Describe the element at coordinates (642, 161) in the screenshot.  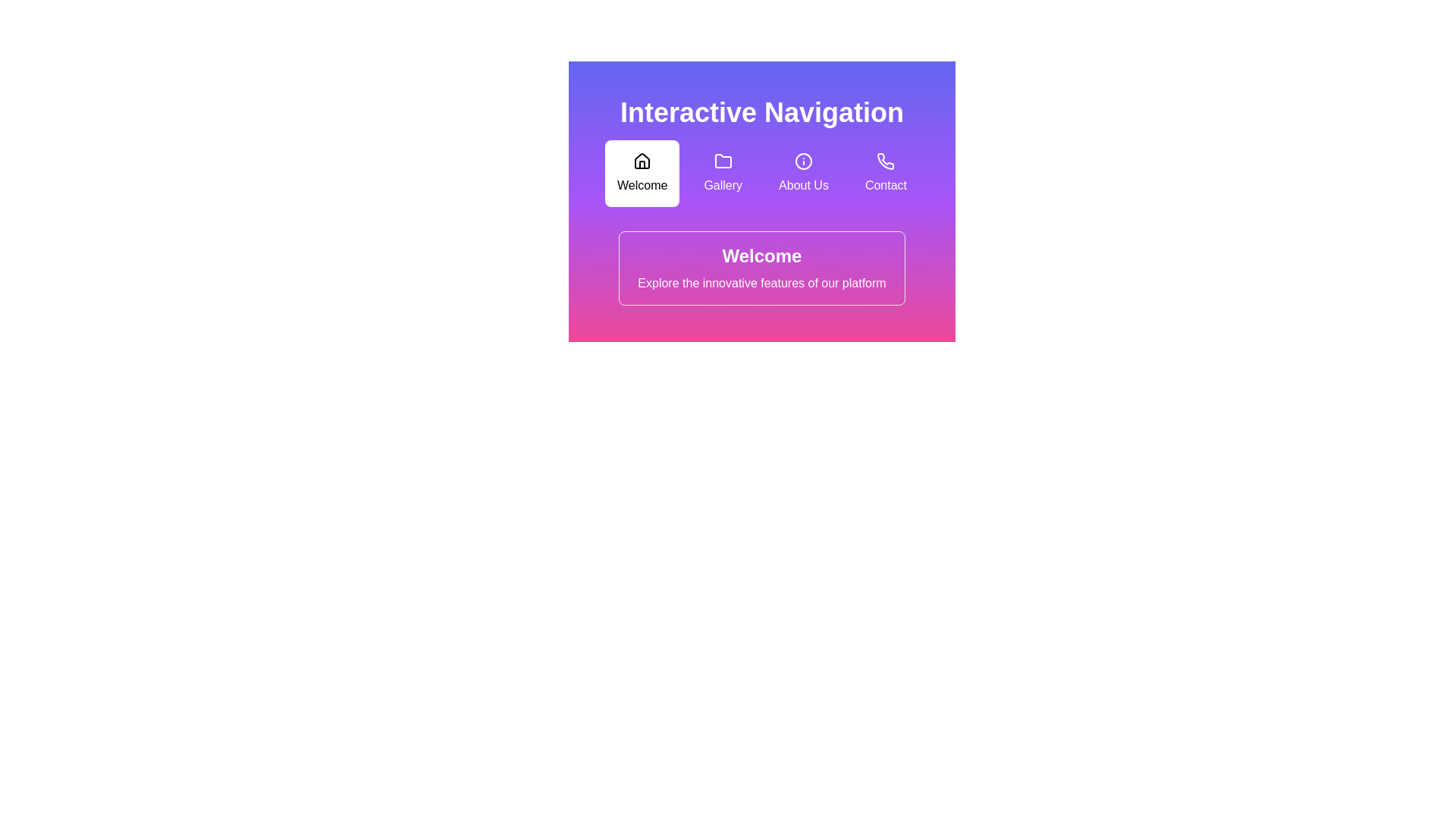
I see `the house-shaped icon located in the 'Welcome' section of the navigation menu` at that location.